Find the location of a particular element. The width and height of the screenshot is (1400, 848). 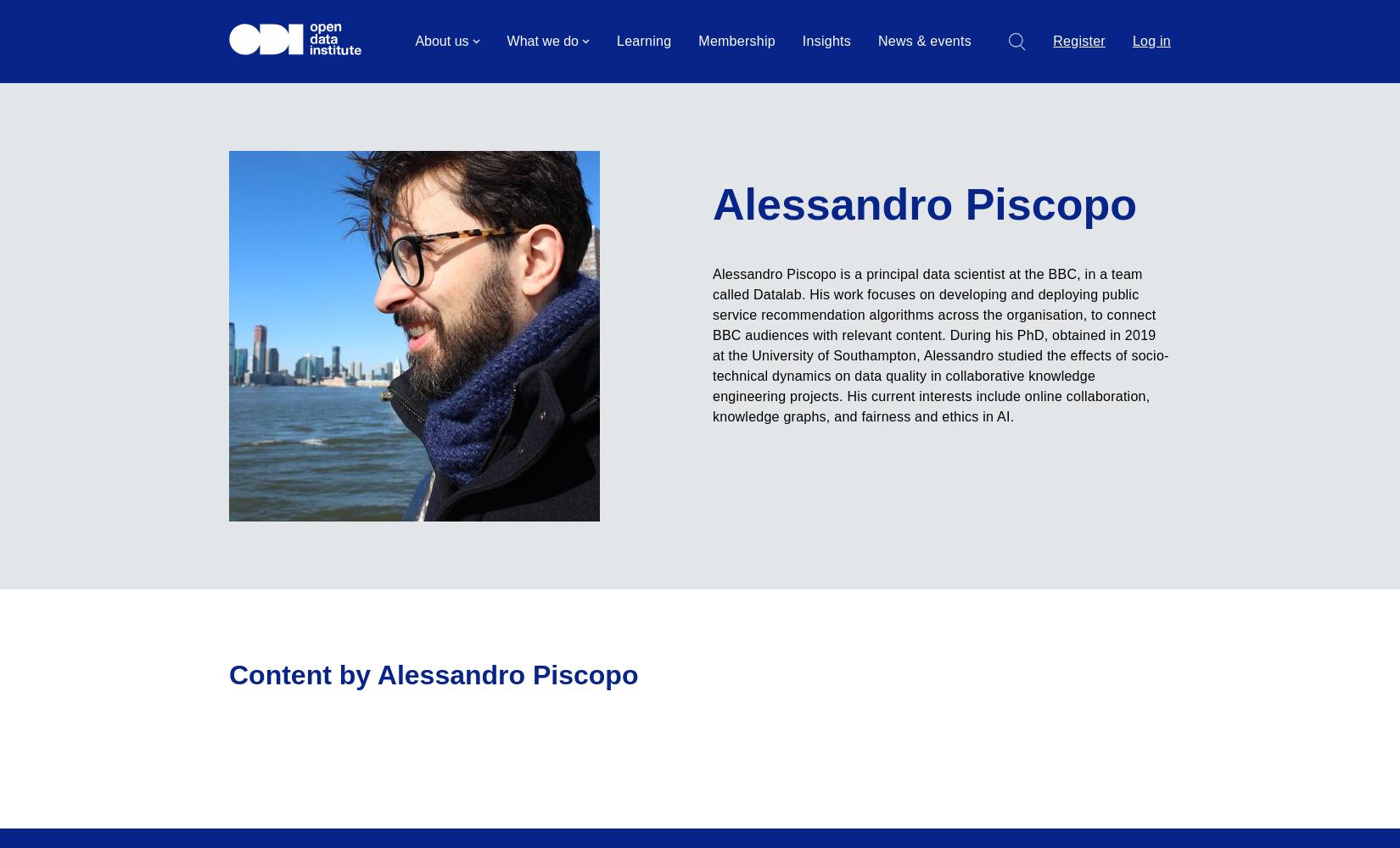

'Alessandro Piscopo' is located at coordinates (924, 204).